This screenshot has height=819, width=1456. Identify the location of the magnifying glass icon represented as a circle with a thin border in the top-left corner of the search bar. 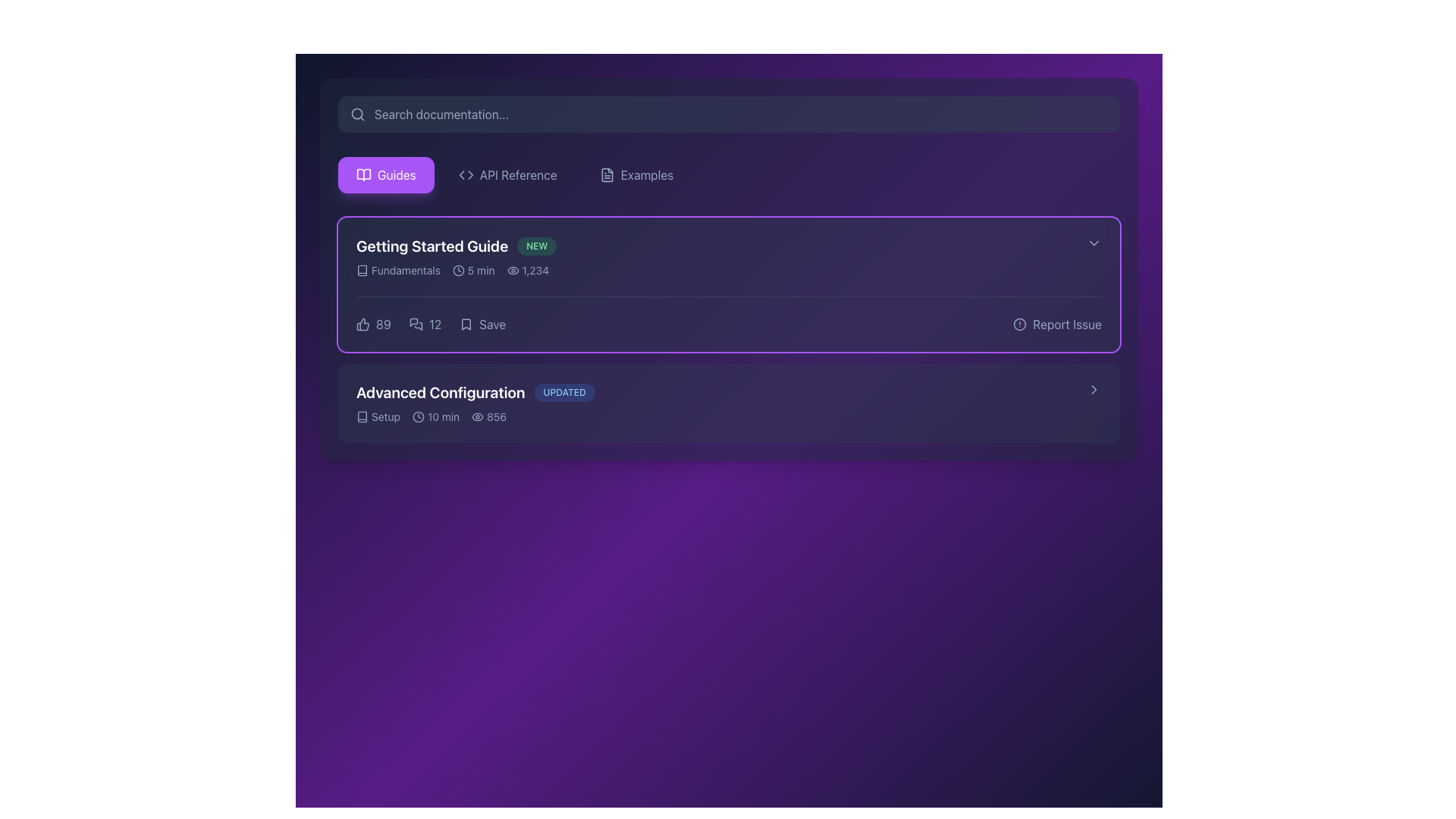
(356, 113).